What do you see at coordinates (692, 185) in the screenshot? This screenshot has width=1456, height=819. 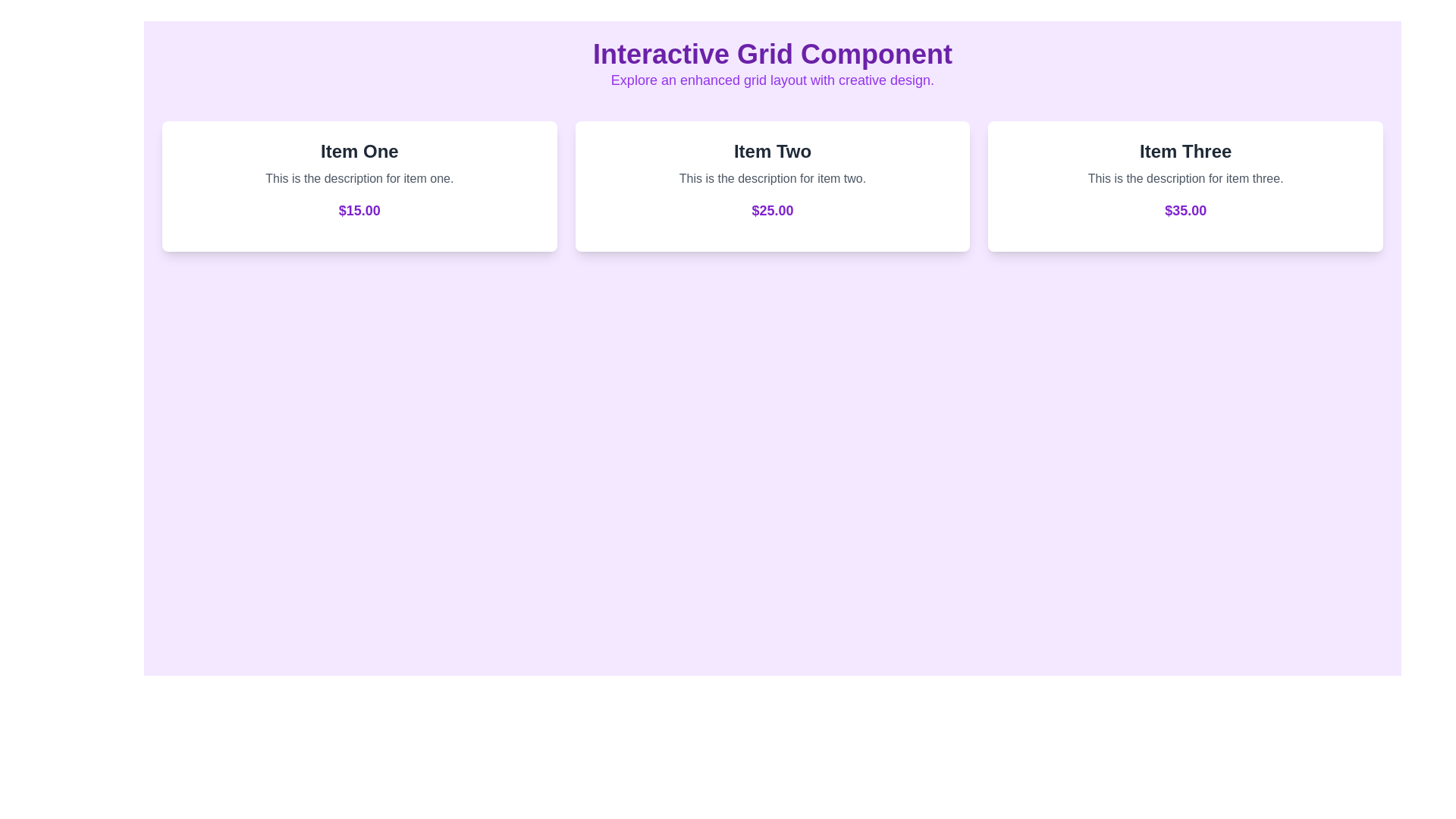 I see `the small checkmark icon located within the second card titled 'Item Two' in the grid layout, positioned near the top left of the card content area` at bounding box center [692, 185].